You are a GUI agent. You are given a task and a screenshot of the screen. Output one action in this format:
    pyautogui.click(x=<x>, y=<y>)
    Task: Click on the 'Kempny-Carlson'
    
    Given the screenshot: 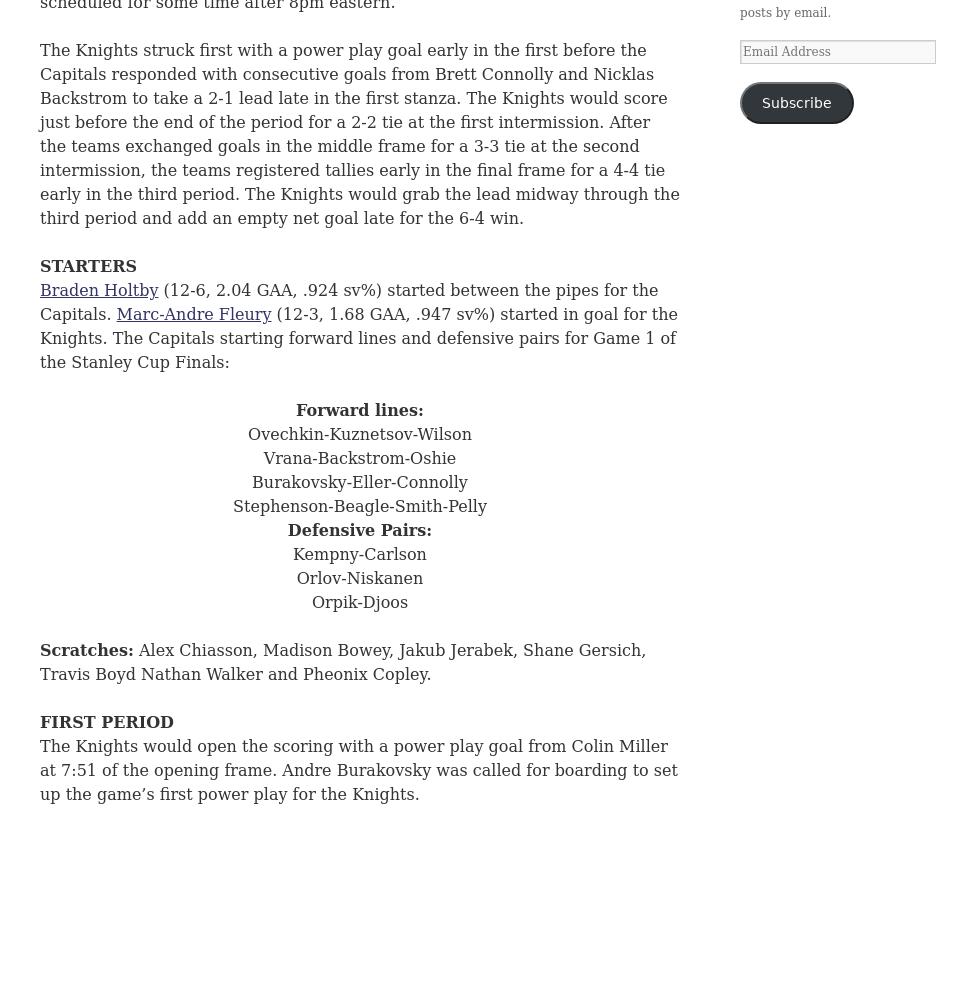 What is the action you would take?
    pyautogui.click(x=359, y=554)
    